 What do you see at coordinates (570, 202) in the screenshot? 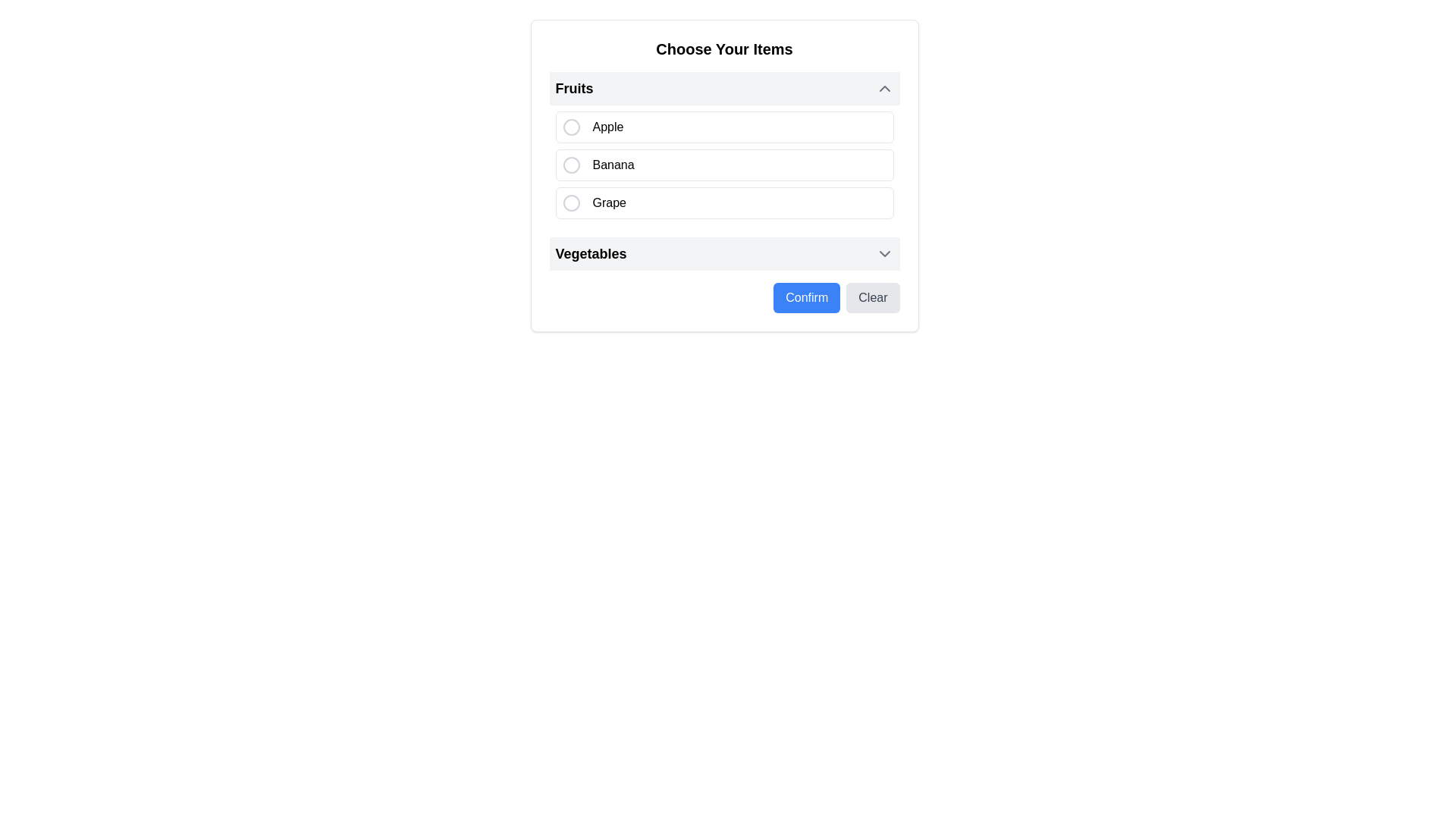
I see `the radio button located to the left of the text 'Grape' in the 'Choose Your Items' interface under the 'Fruits' category` at bounding box center [570, 202].